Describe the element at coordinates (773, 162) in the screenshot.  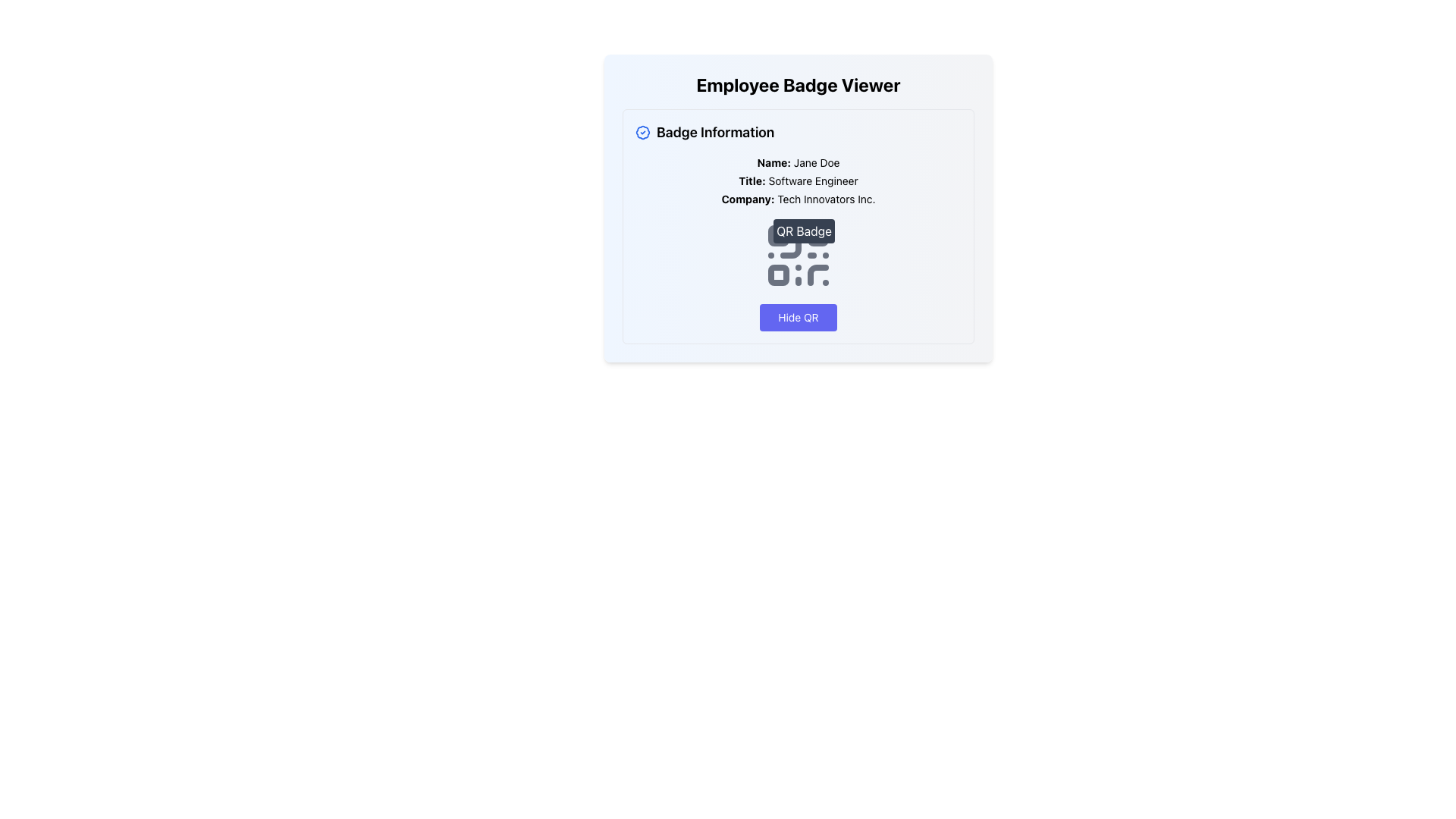
I see `the 'Name:' text display element located in the 'Badge Information' section, which is positioned to the left of the user name 'Jane Doe'` at that location.